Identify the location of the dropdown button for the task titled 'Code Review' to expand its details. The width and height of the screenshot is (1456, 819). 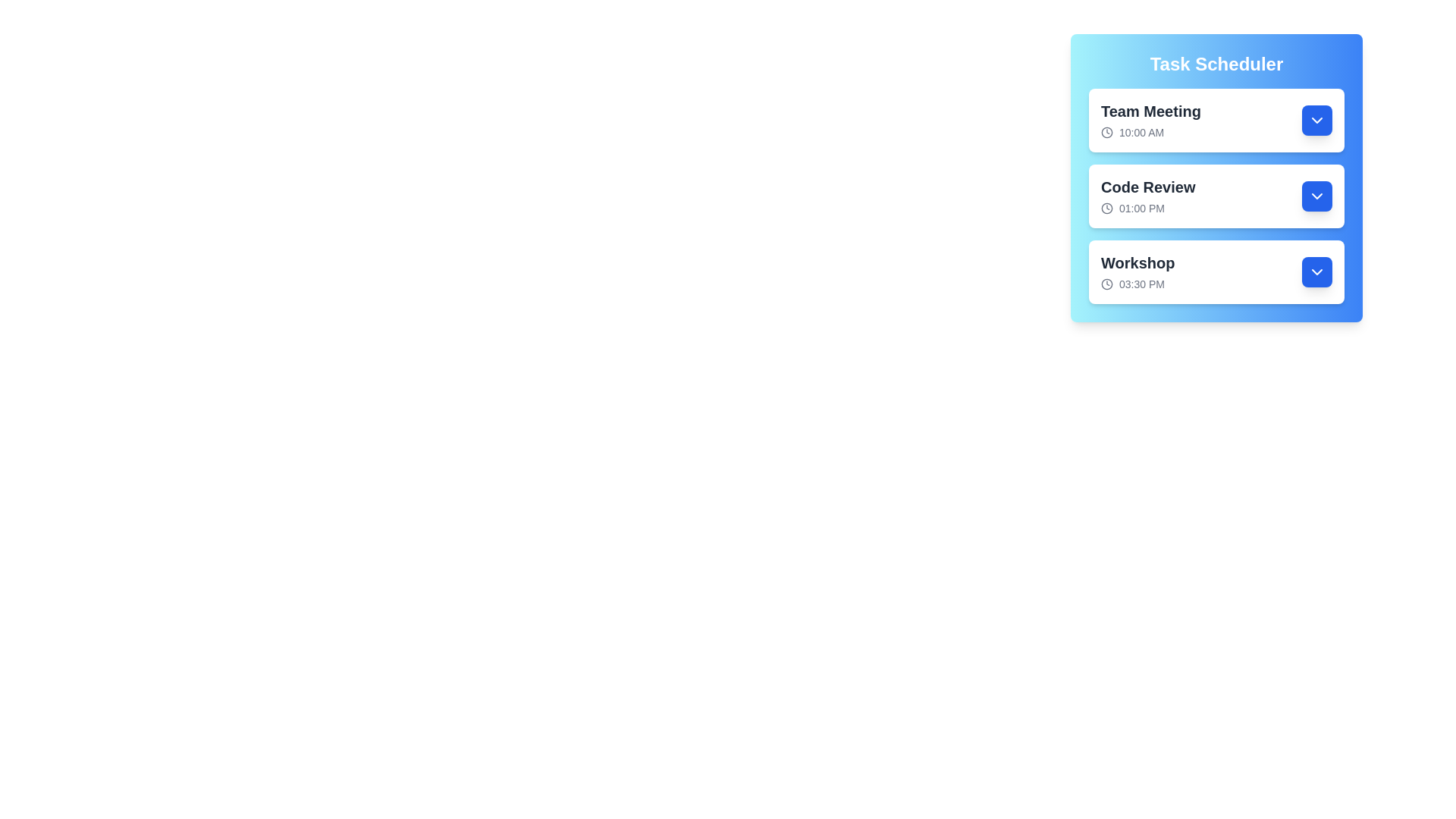
(1316, 195).